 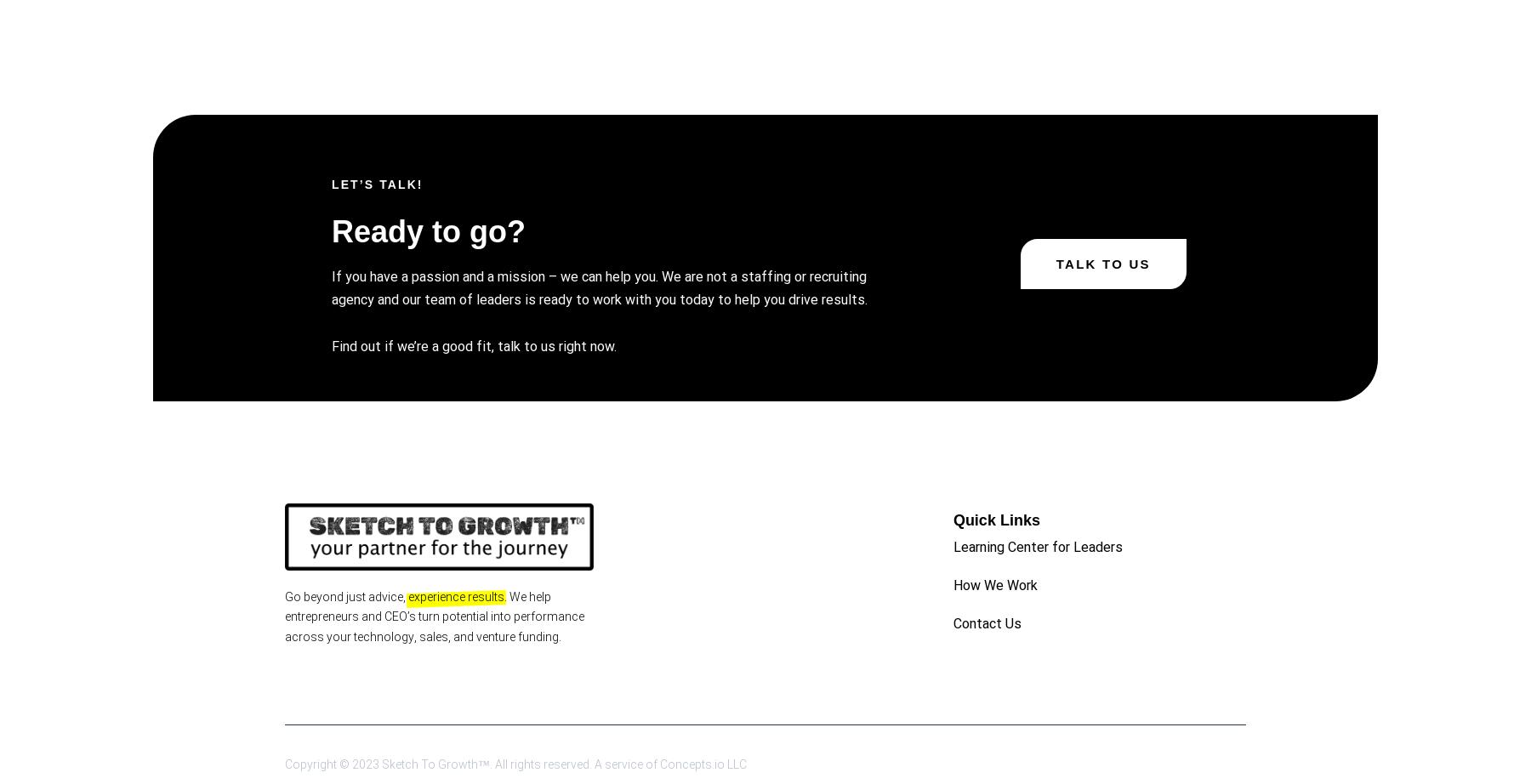 I want to click on 'Contact Us', so click(x=985, y=623).